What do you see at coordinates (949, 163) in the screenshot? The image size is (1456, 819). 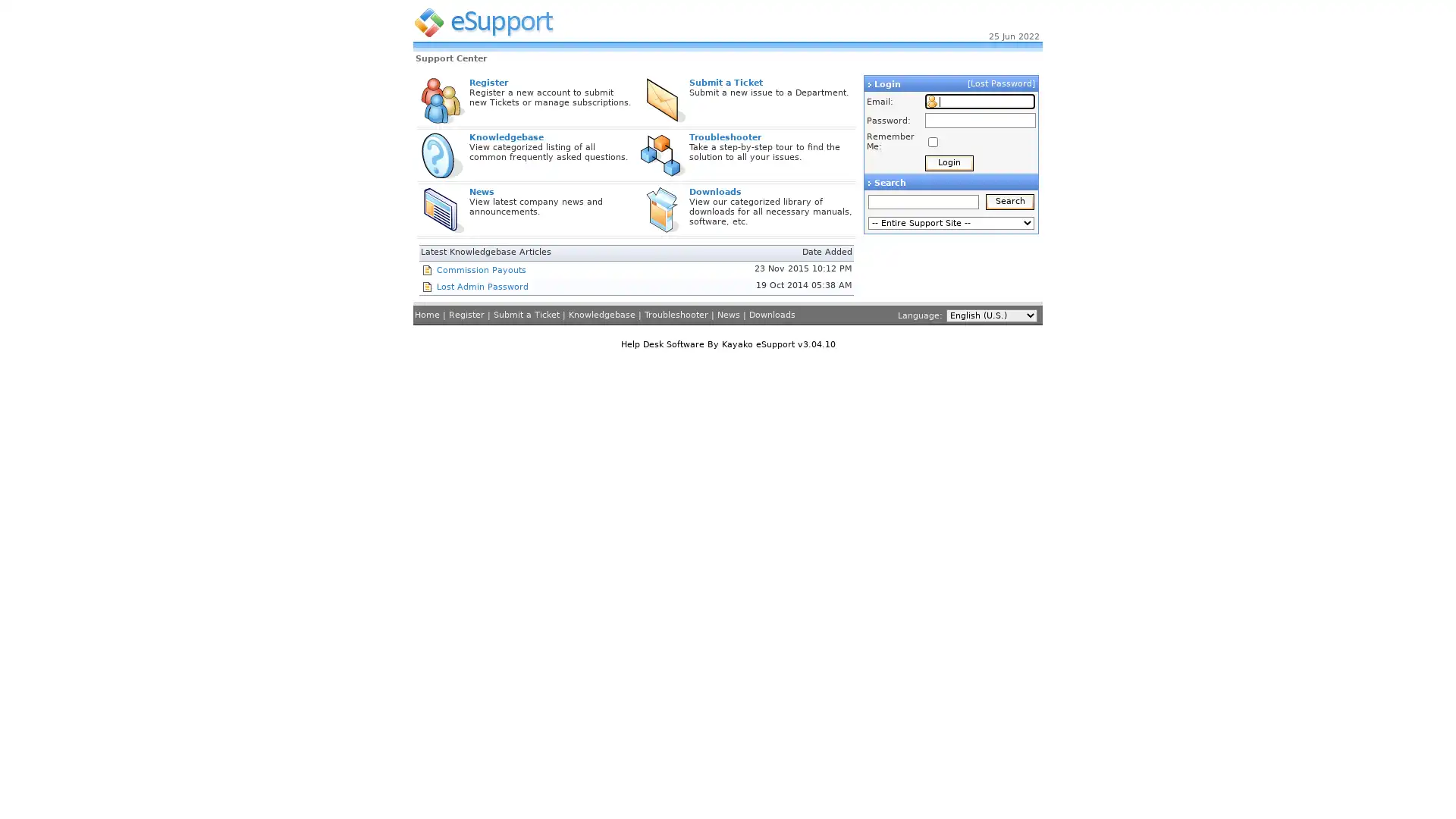 I see `Login` at bounding box center [949, 163].